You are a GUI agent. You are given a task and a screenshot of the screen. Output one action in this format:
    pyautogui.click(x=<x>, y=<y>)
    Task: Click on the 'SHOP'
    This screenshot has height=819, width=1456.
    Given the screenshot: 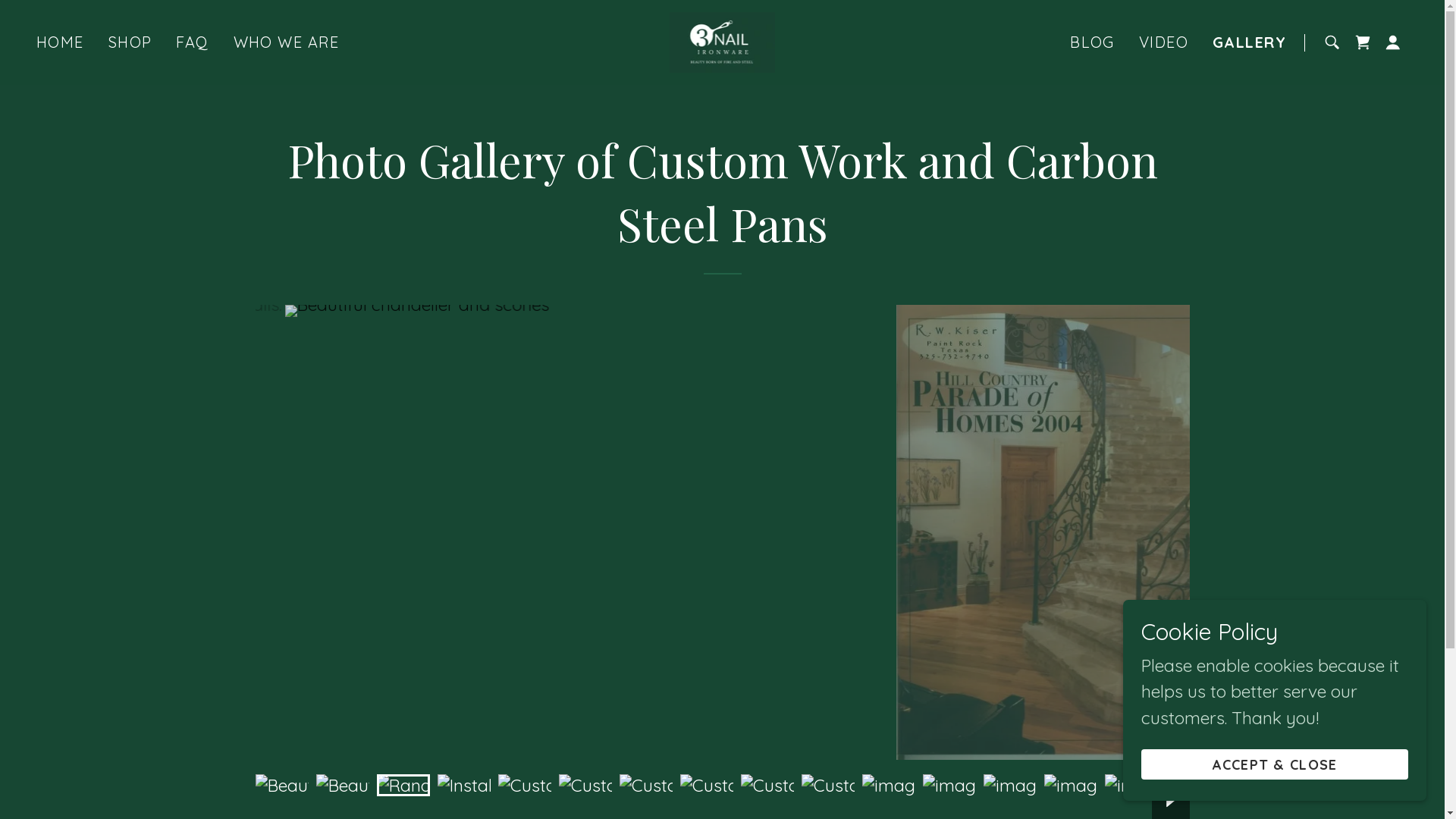 What is the action you would take?
    pyautogui.click(x=130, y=42)
    